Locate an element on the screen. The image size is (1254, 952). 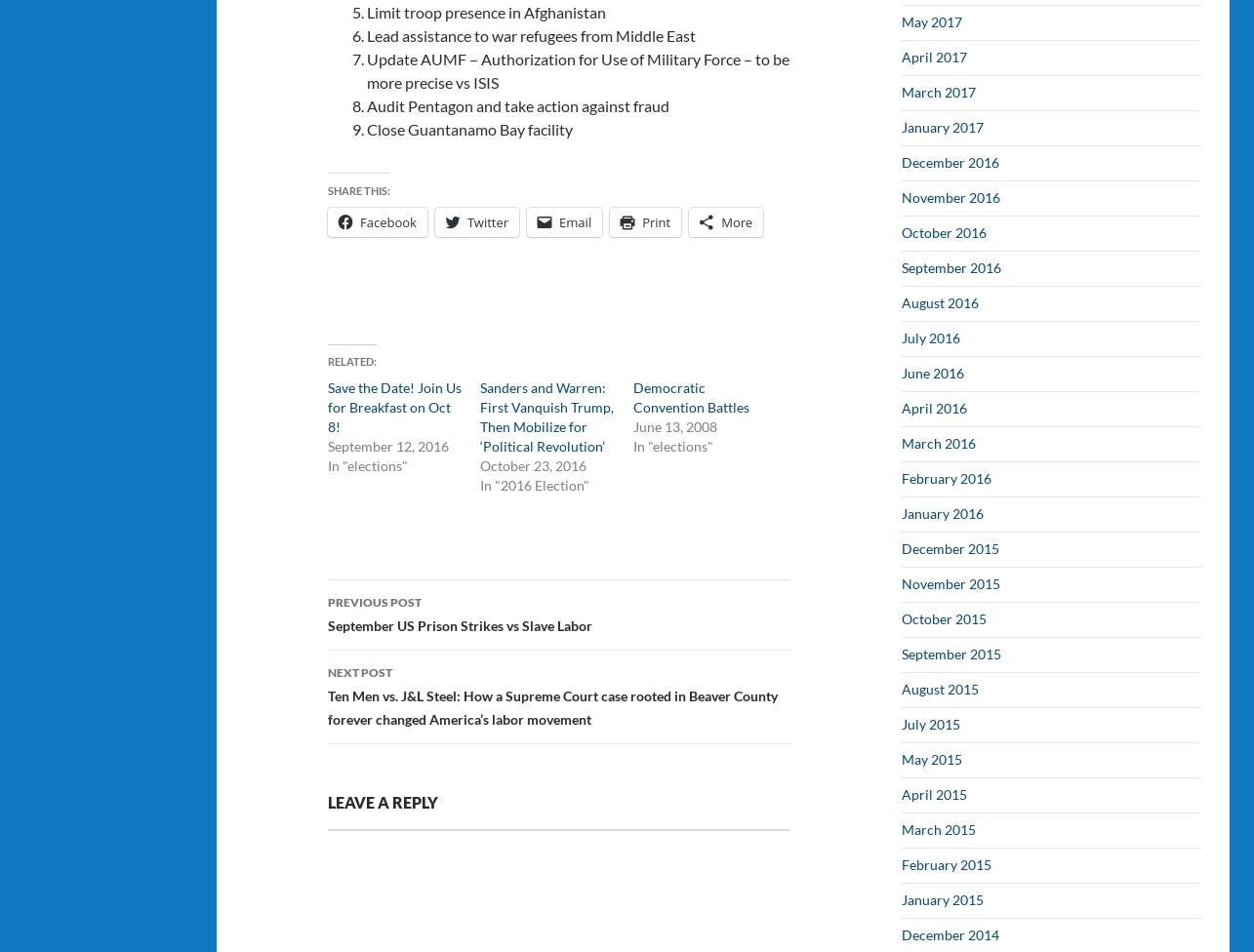
'September 2015' is located at coordinates (951, 653).